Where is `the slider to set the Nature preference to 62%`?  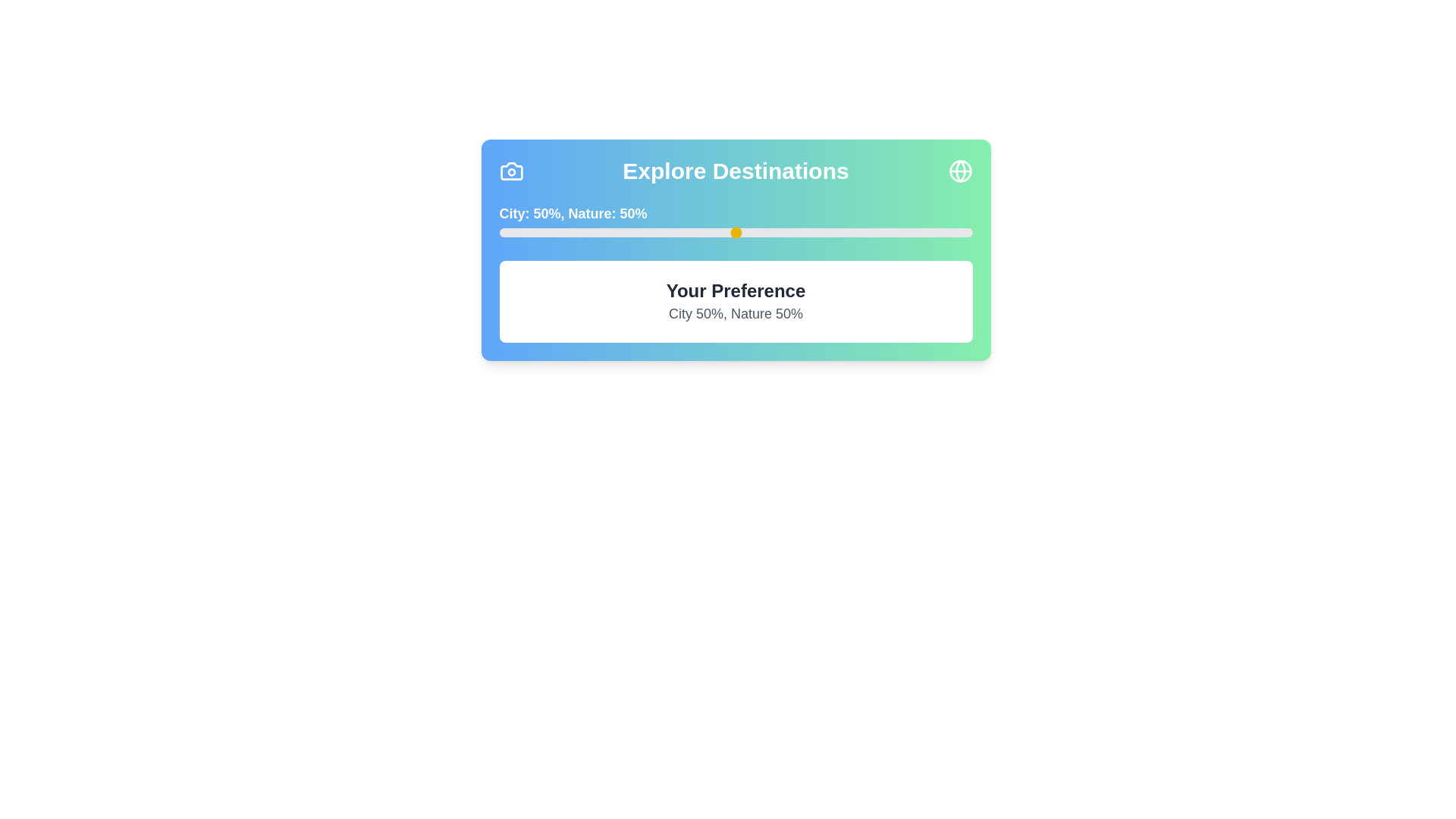
the slider to set the Nature preference to 62% is located at coordinates (792, 233).